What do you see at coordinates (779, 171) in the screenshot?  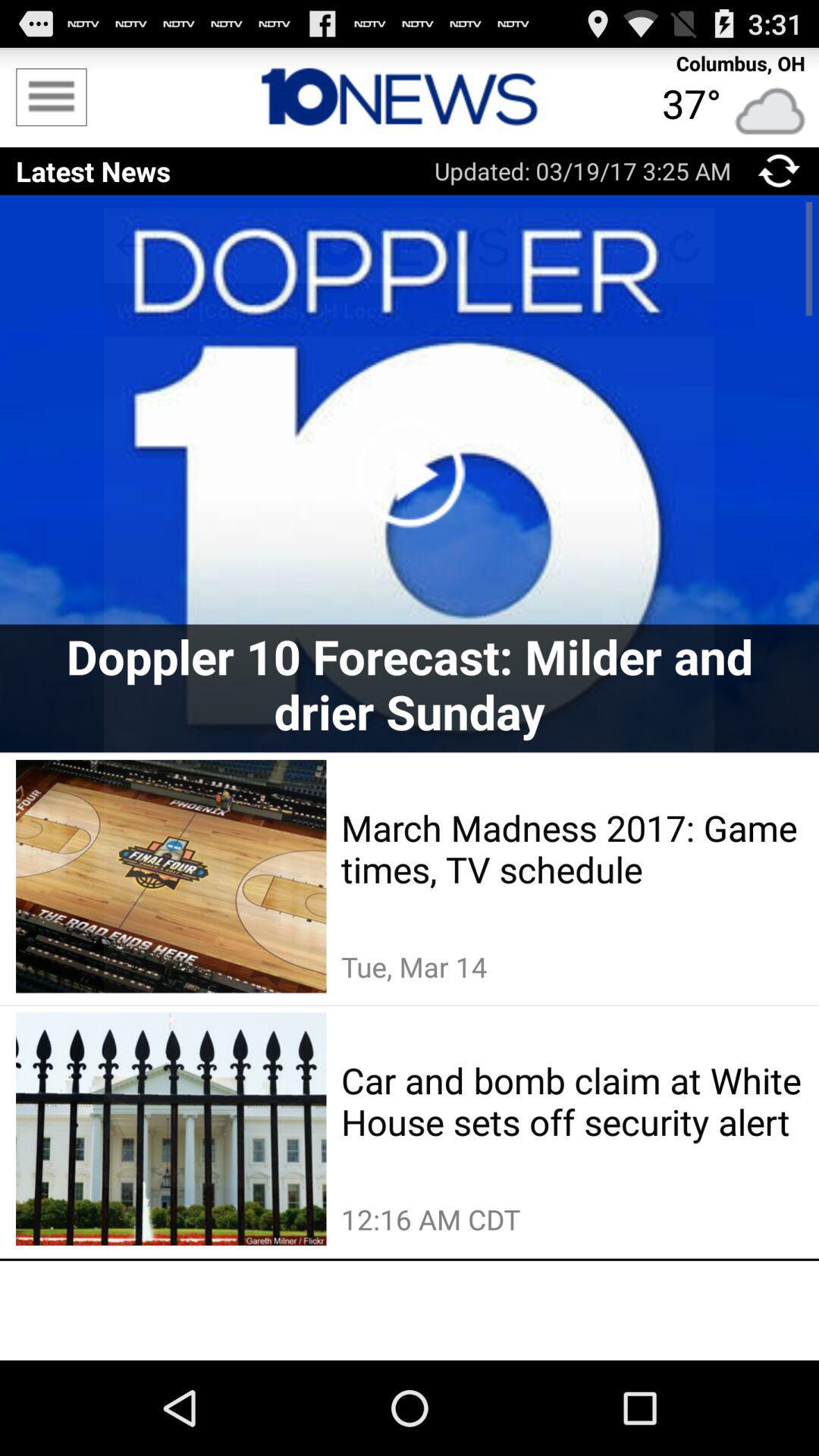 I see `go to` at bounding box center [779, 171].